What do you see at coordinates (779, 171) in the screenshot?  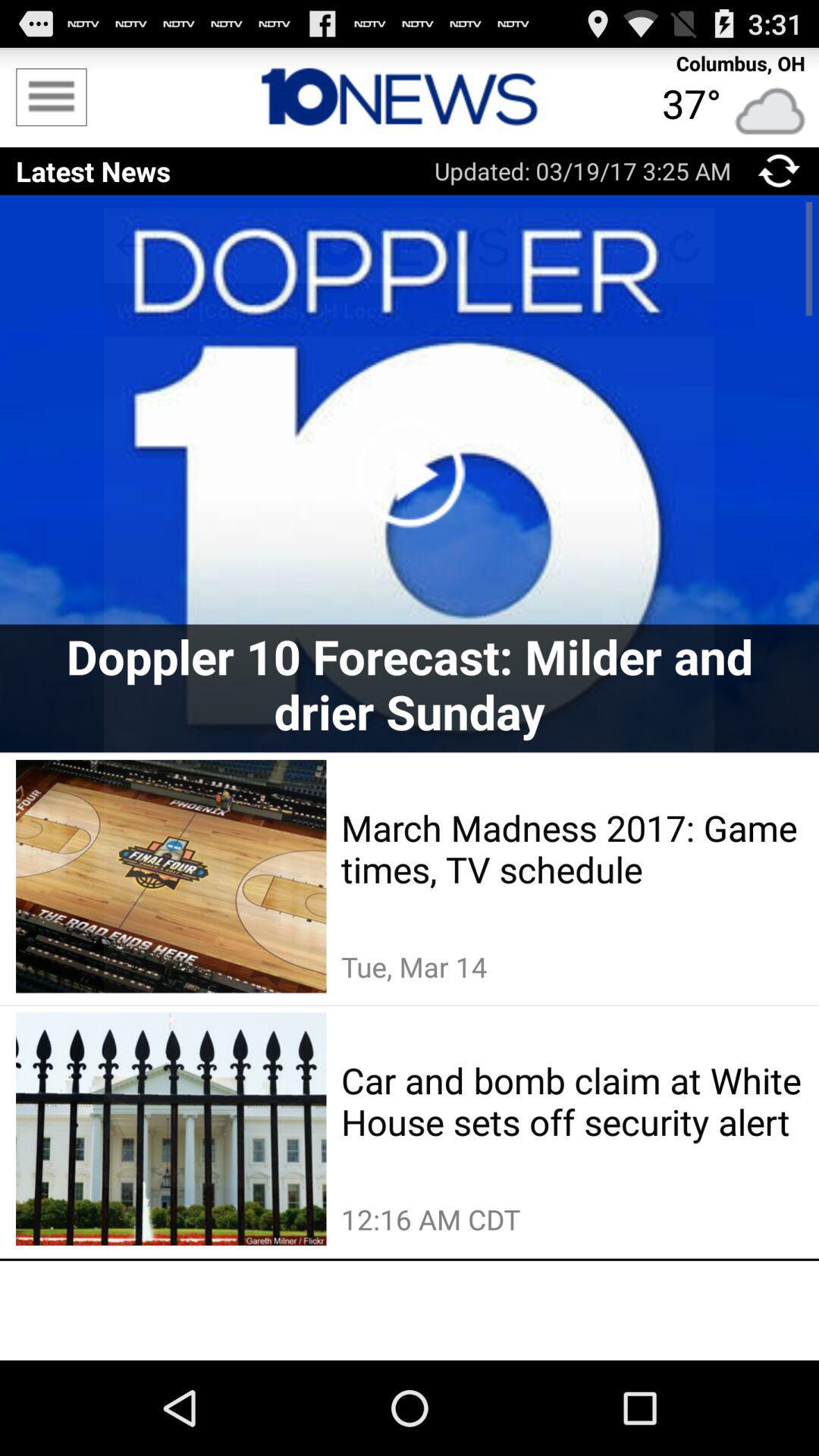 I see `go to` at bounding box center [779, 171].